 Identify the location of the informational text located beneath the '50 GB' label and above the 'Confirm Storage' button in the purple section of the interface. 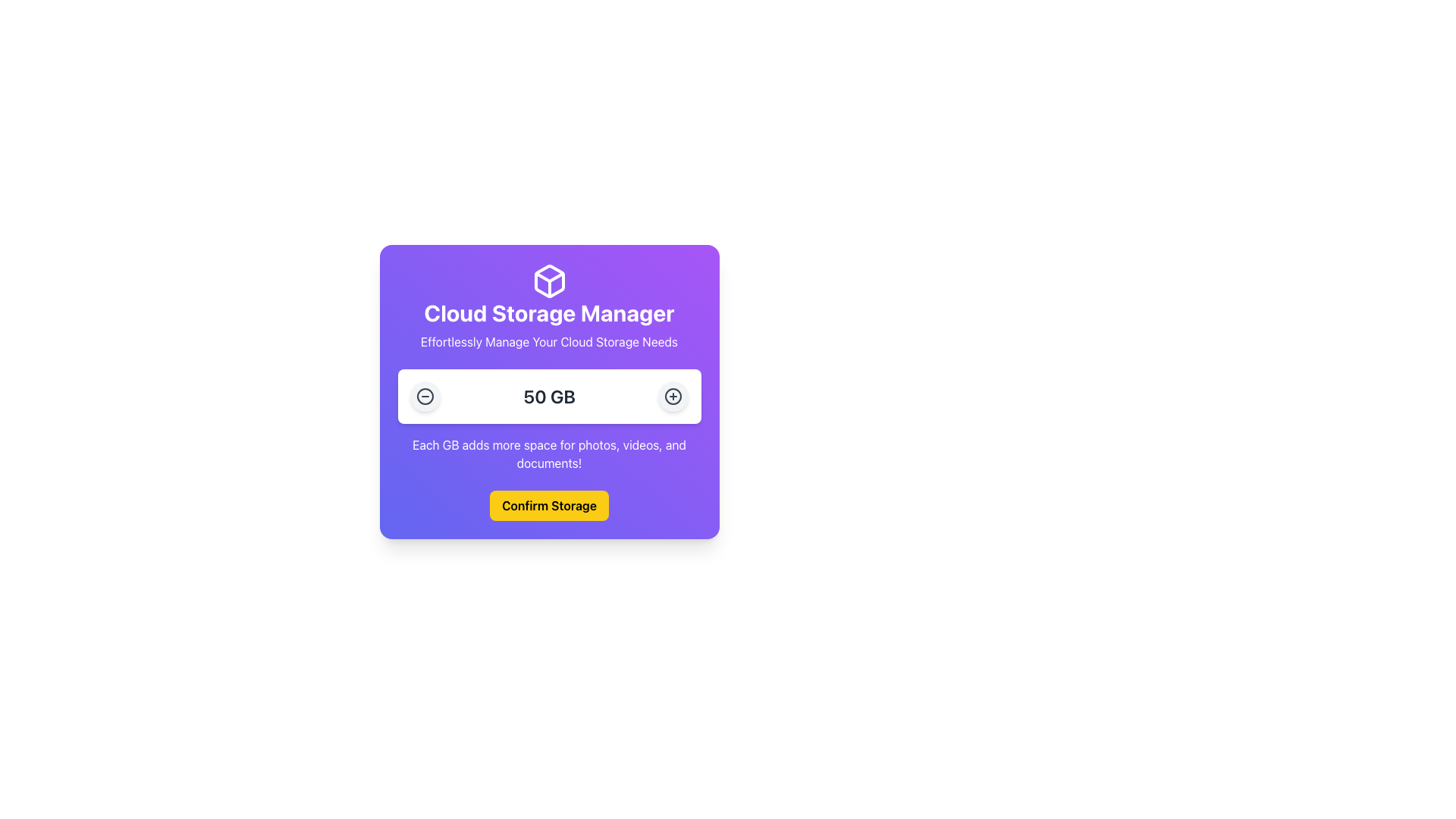
(548, 453).